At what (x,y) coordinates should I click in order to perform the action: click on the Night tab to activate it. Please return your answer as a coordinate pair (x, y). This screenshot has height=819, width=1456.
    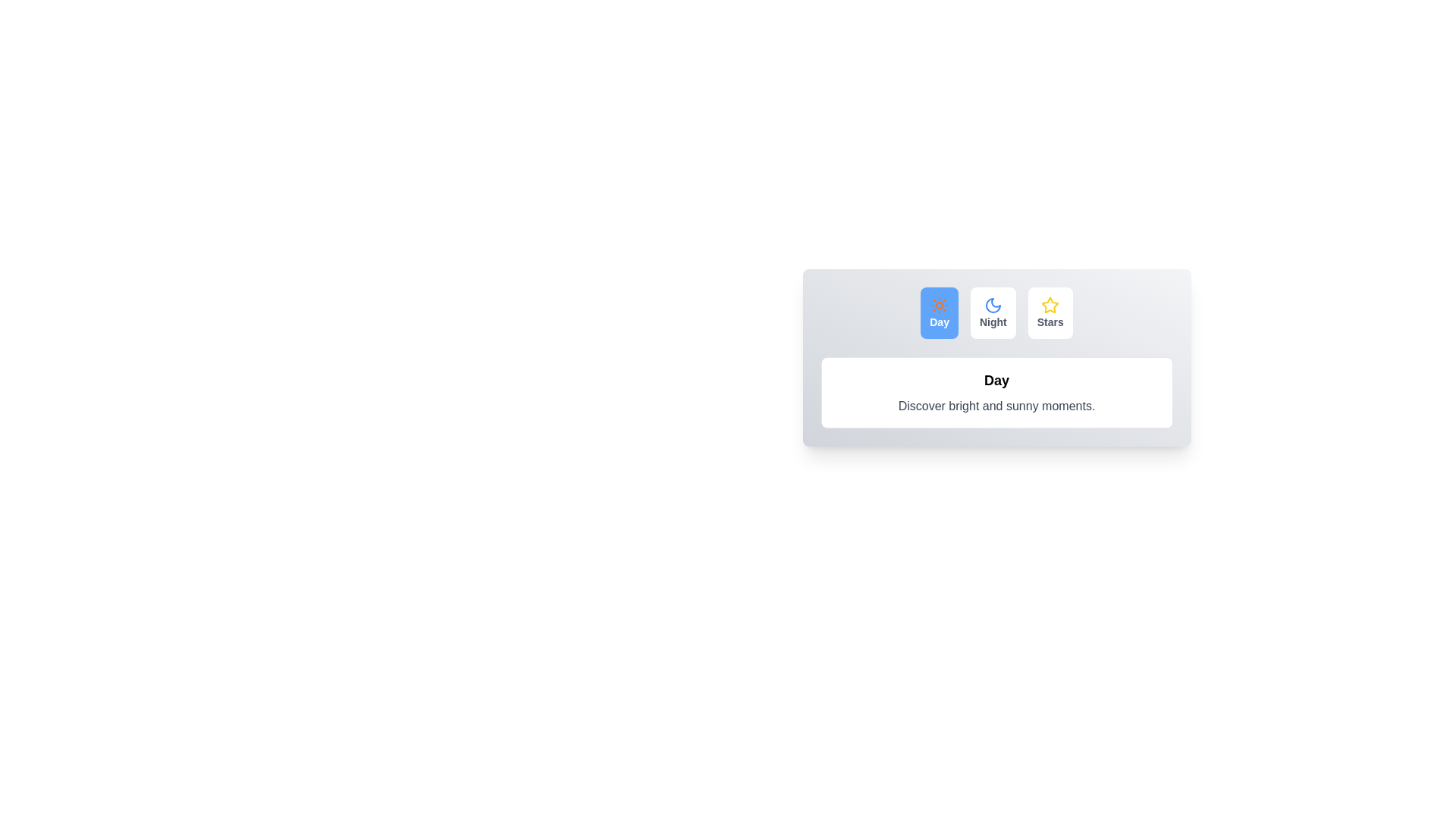
    Looking at the image, I should click on (993, 312).